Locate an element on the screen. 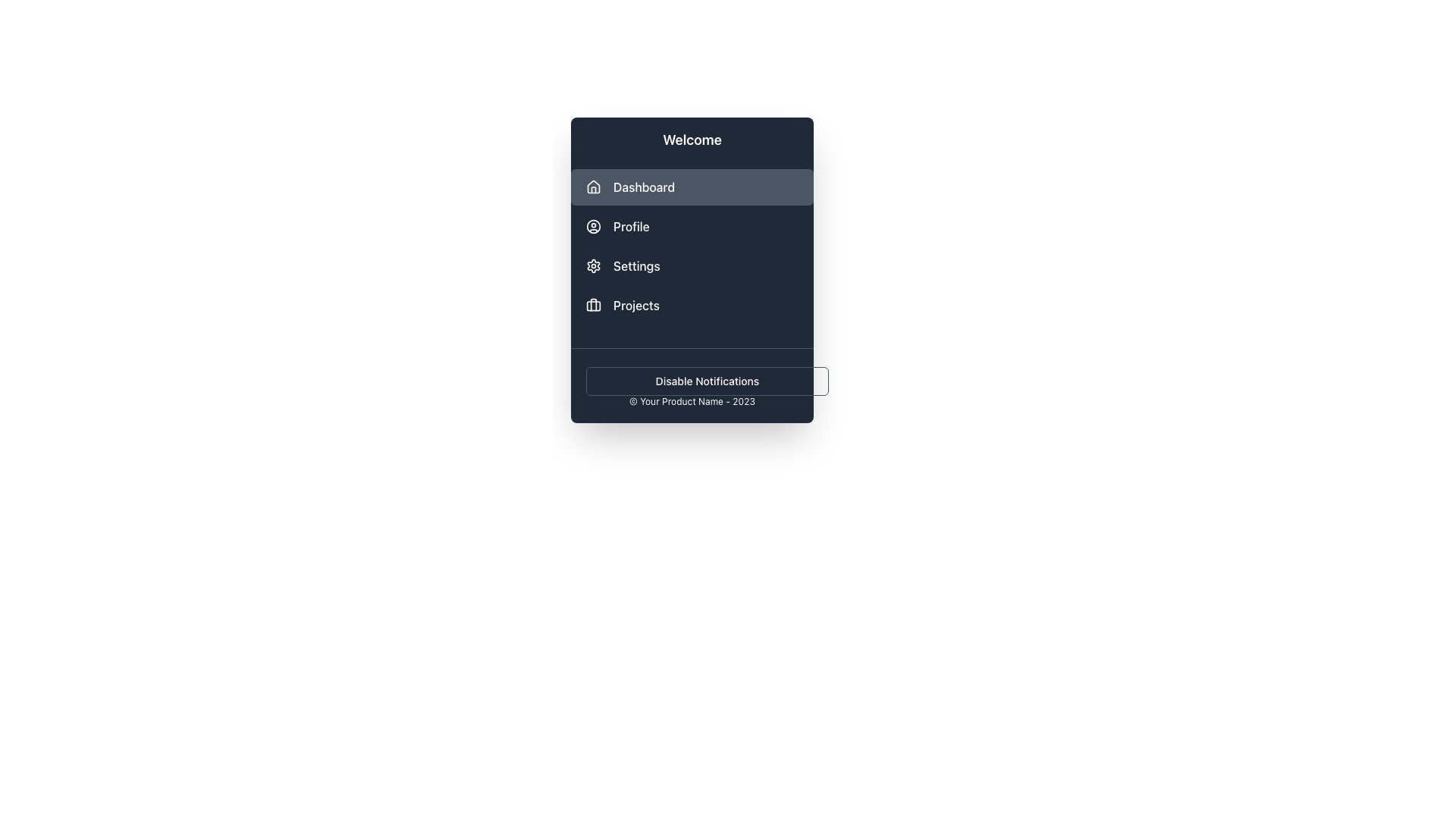 The width and height of the screenshot is (1456, 819). the 'Settings' button, which is the third option in the vertical navigation menu is located at coordinates (691, 265).